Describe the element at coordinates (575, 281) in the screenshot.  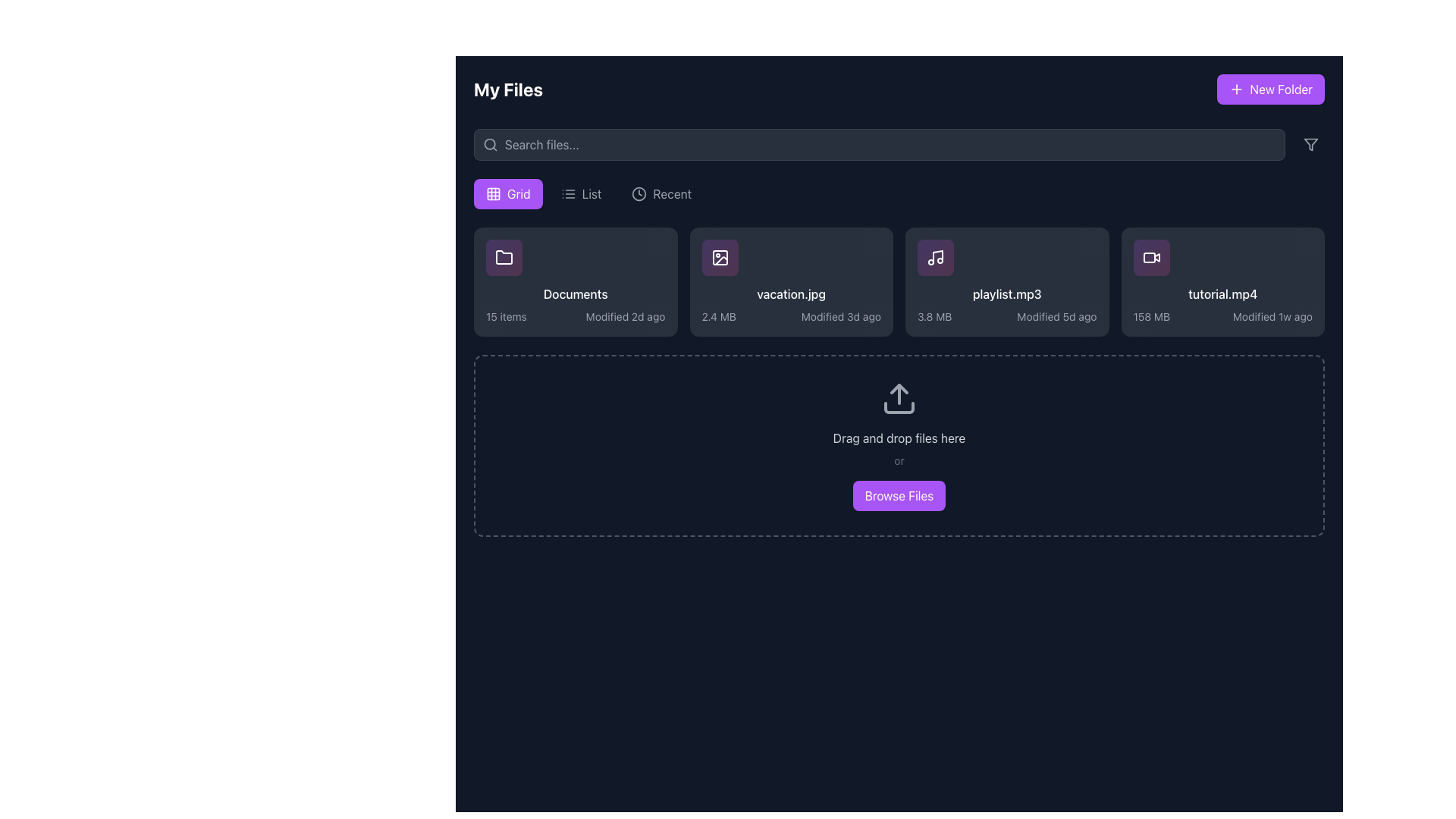
I see `the 'Documents' folder button` at that location.